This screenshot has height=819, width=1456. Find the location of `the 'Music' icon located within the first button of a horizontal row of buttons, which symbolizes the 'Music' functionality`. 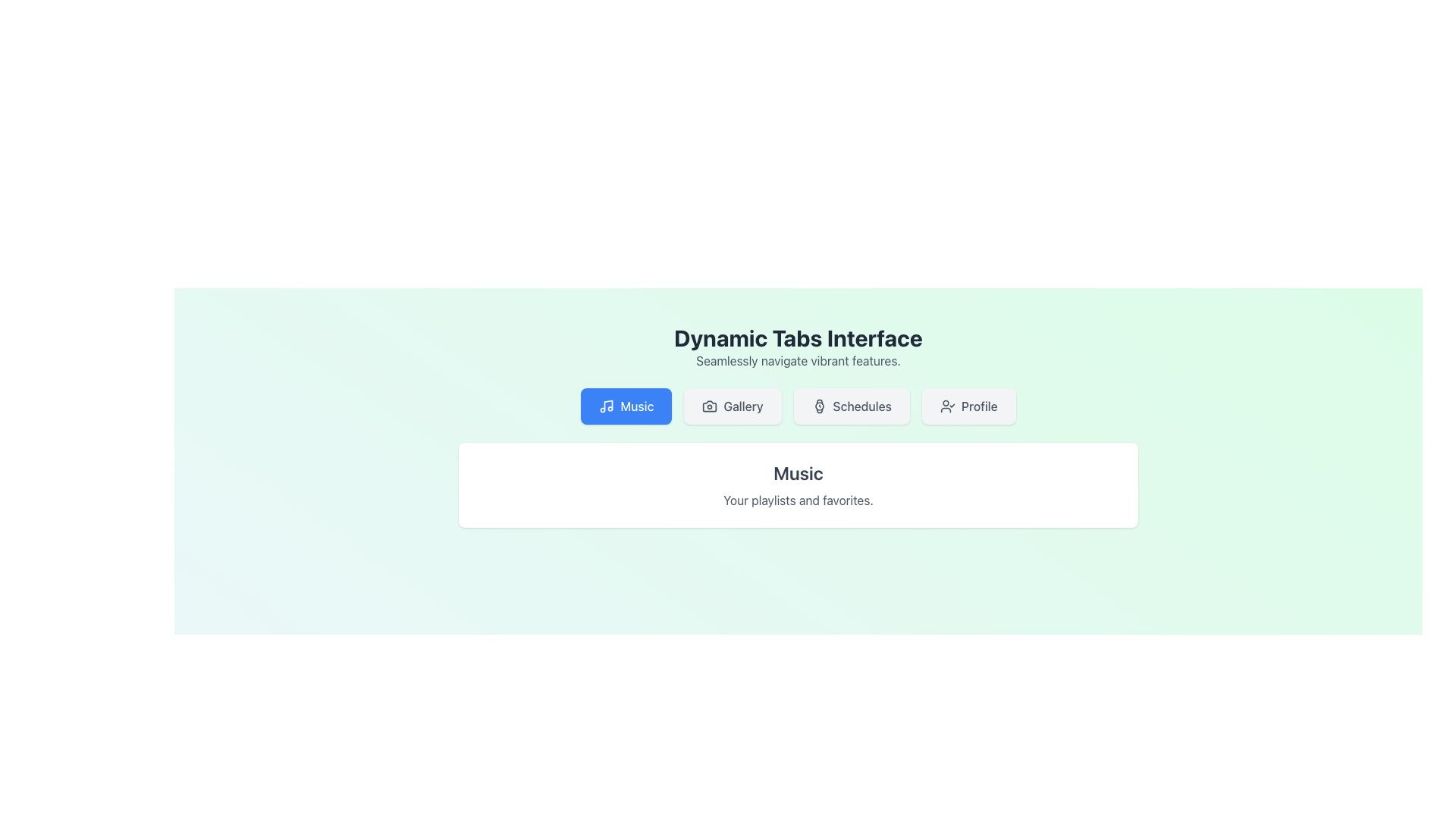

the 'Music' icon located within the first button of a horizontal row of buttons, which symbolizes the 'Music' functionality is located at coordinates (607, 406).